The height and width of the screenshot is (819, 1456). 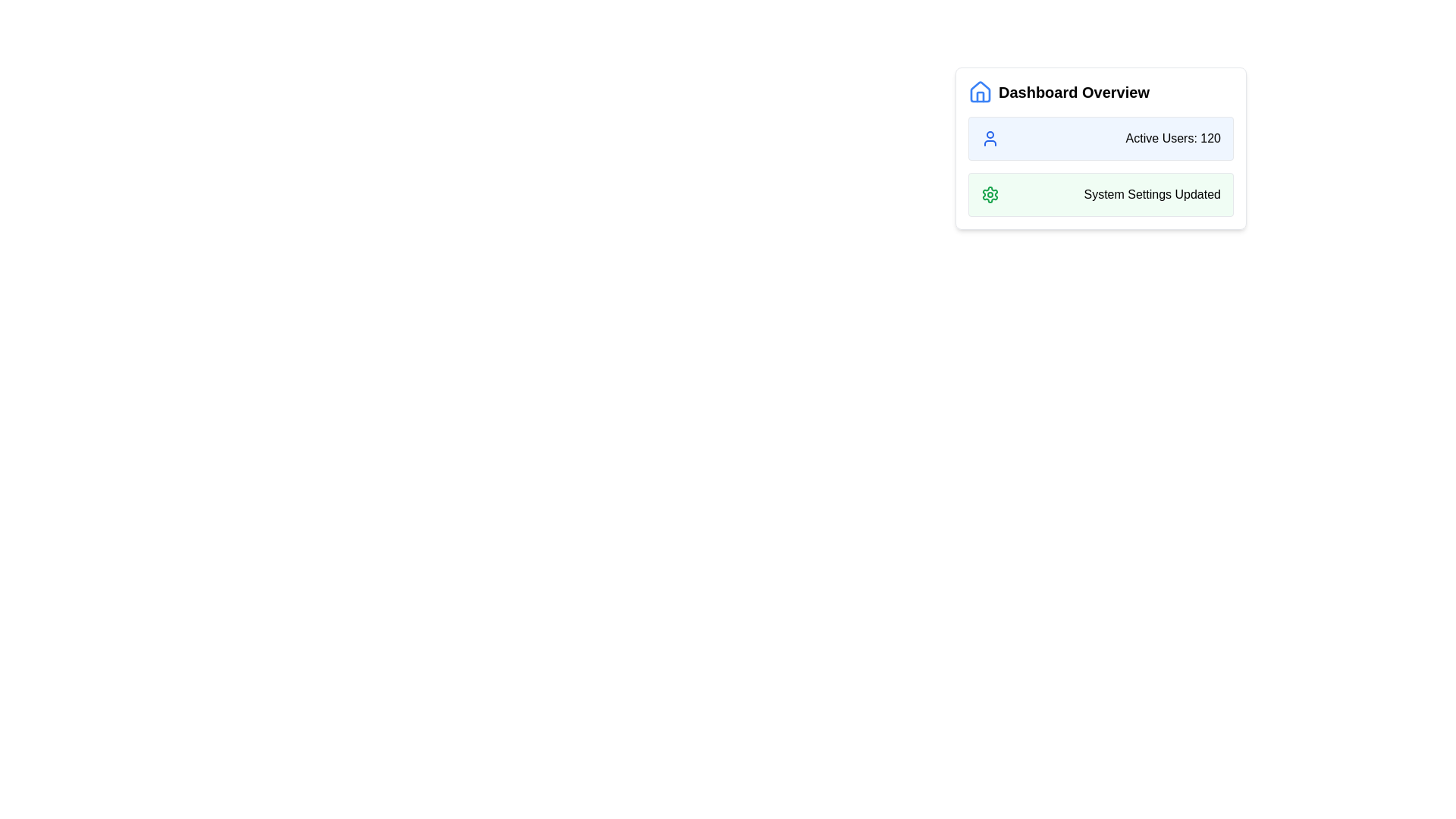 What do you see at coordinates (980, 96) in the screenshot?
I see `the decorative SVG component of the house icon located in the top-left section of the 'Dashboard Overview' card` at bounding box center [980, 96].